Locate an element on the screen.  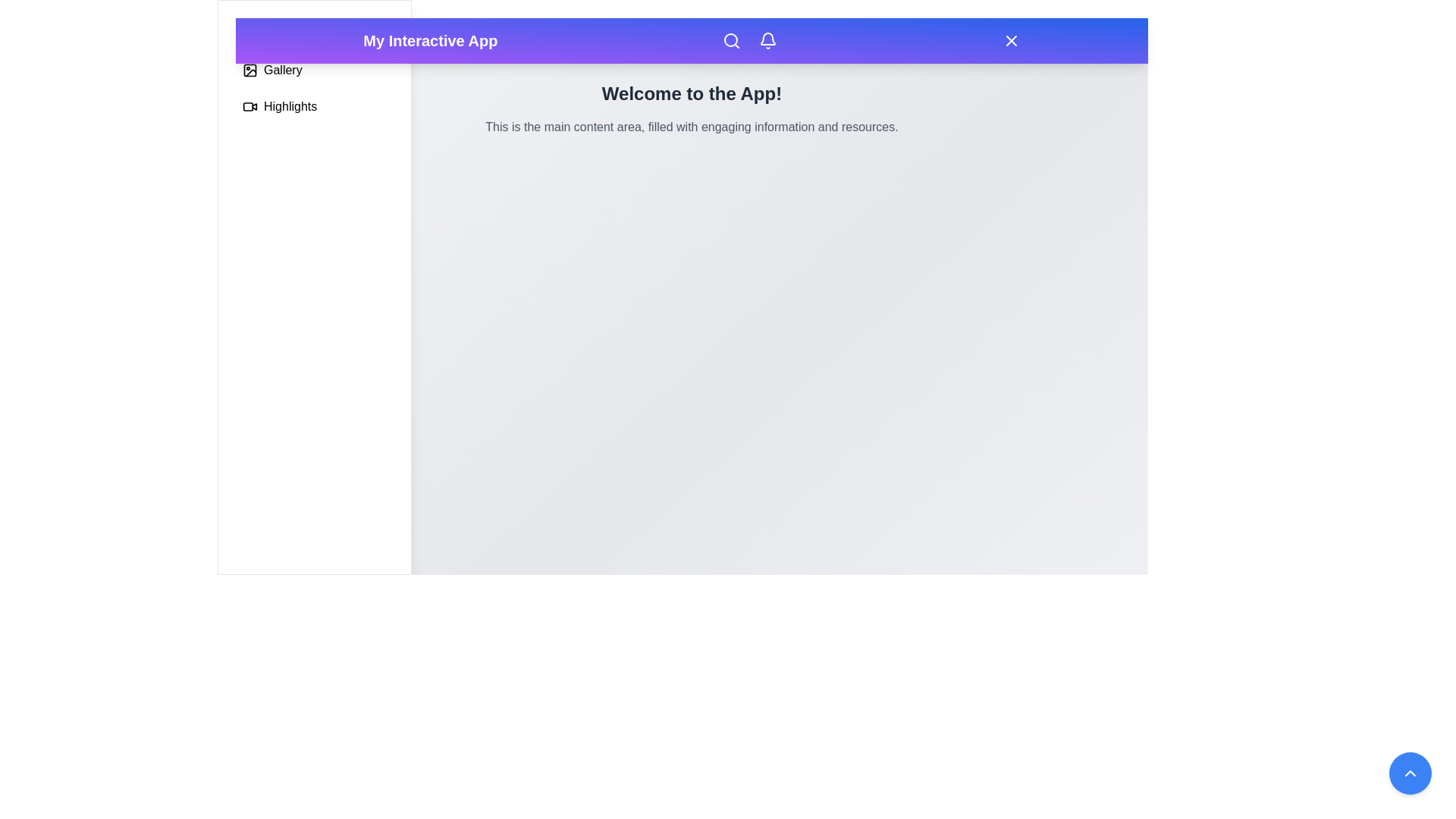
the 'X' shaped SVG icon located on the right side of the top navigation bar is located at coordinates (1011, 40).